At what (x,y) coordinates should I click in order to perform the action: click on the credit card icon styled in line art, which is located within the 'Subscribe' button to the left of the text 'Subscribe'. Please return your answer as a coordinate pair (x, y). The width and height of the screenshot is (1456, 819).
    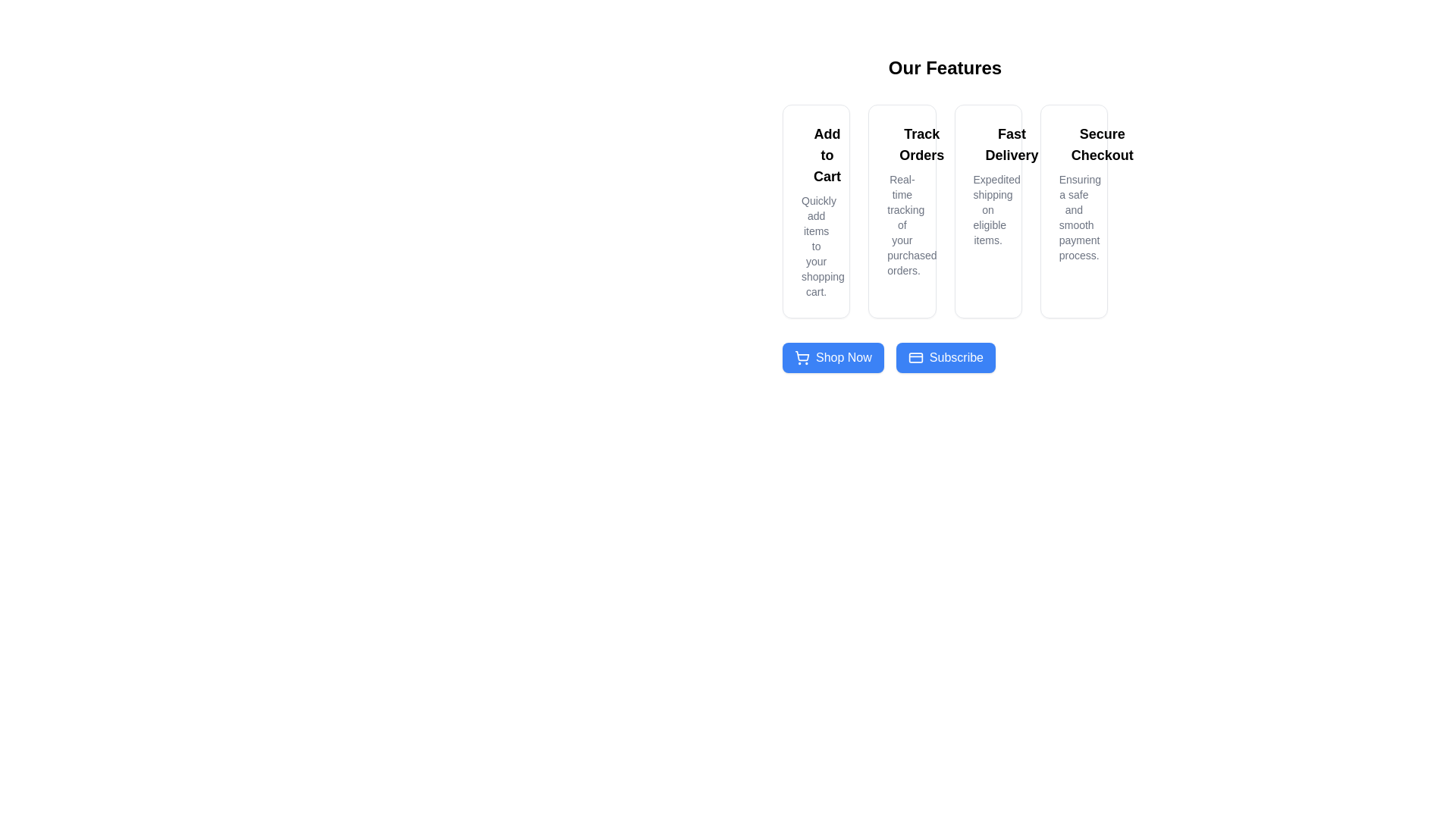
    Looking at the image, I should click on (915, 357).